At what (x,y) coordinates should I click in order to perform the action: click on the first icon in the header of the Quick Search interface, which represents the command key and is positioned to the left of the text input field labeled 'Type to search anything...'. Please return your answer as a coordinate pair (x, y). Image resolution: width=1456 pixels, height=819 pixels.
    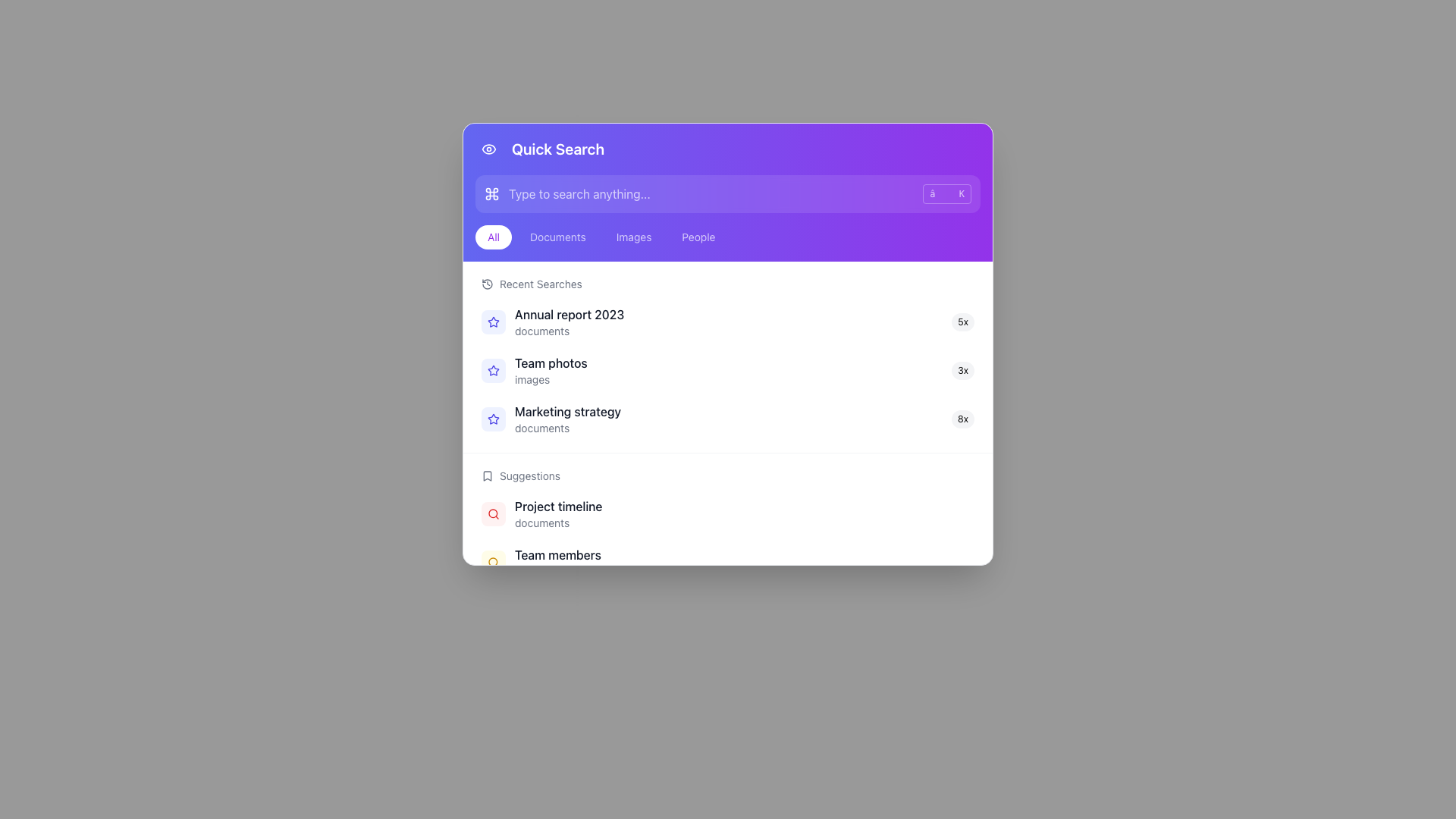
    Looking at the image, I should click on (491, 193).